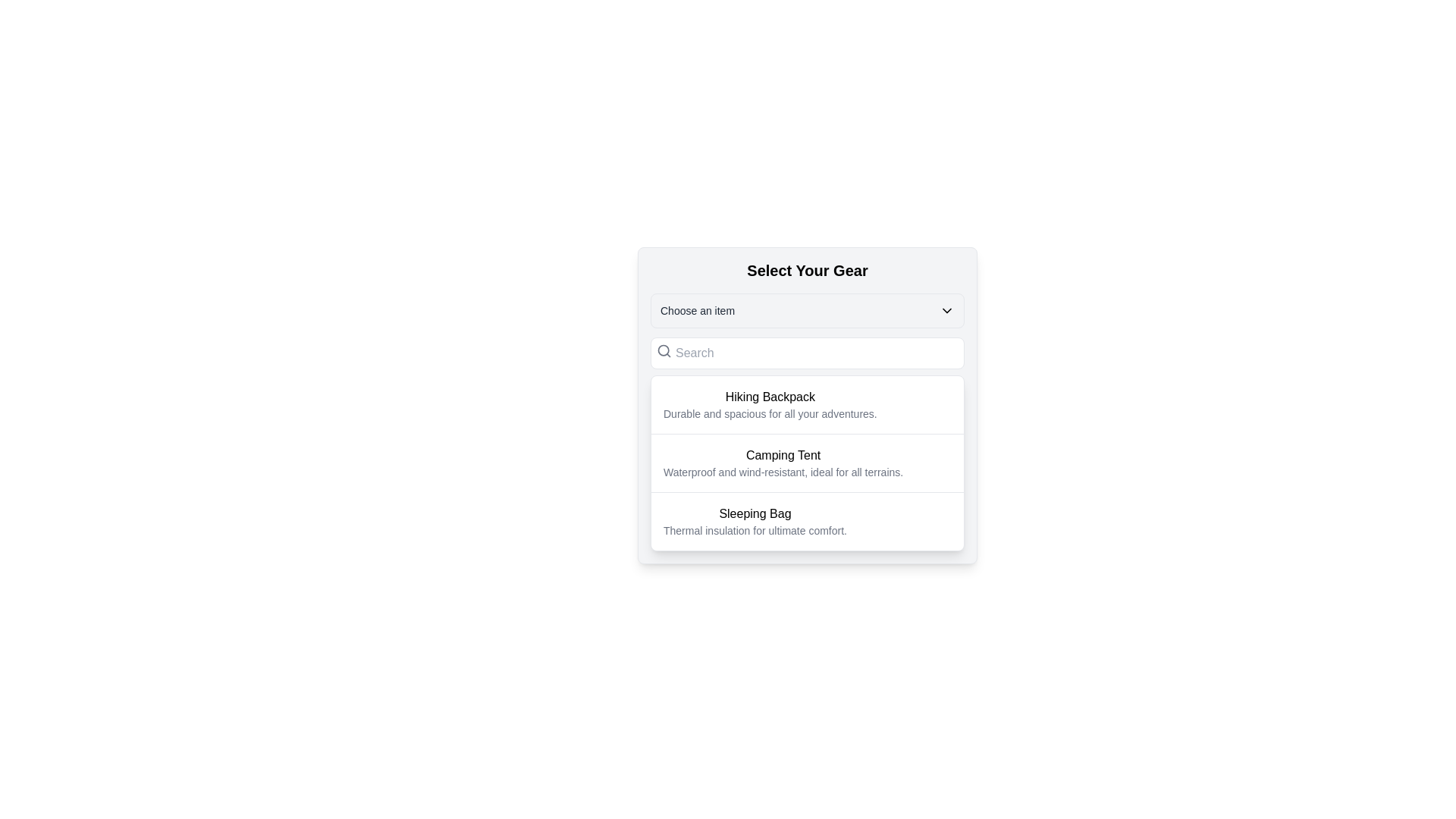  Describe the element at coordinates (755, 529) in the screenshot. I see `the descriptive text element located below the 'Sleeping Bag' title that provides information about its thermal insulation features` at that location.